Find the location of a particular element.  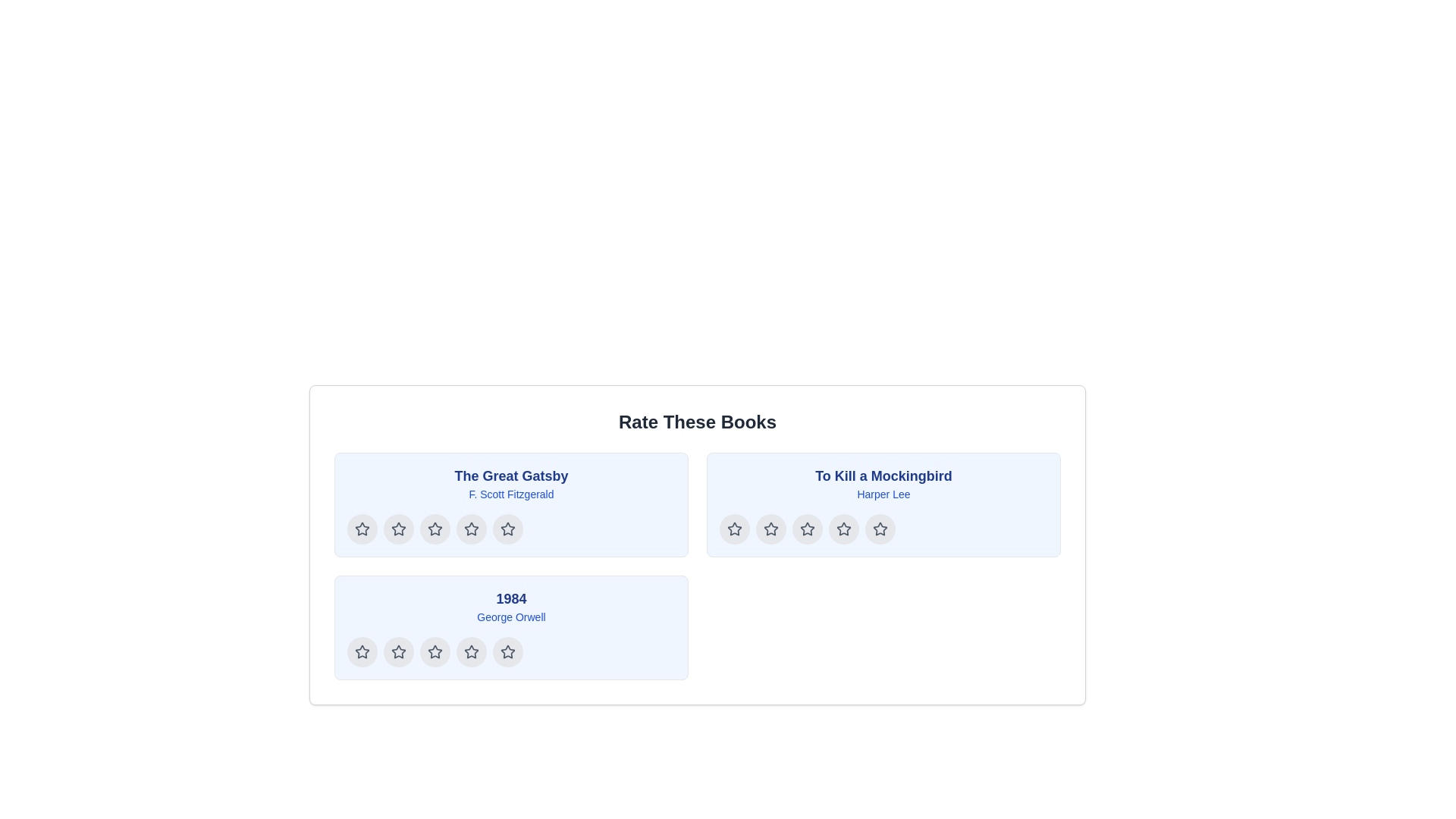

the text label displaying the title '1984' by George Orwell, which is the second book card in the sequence, located below 'The Great Gatsby' is located at coordinates (511, 605).